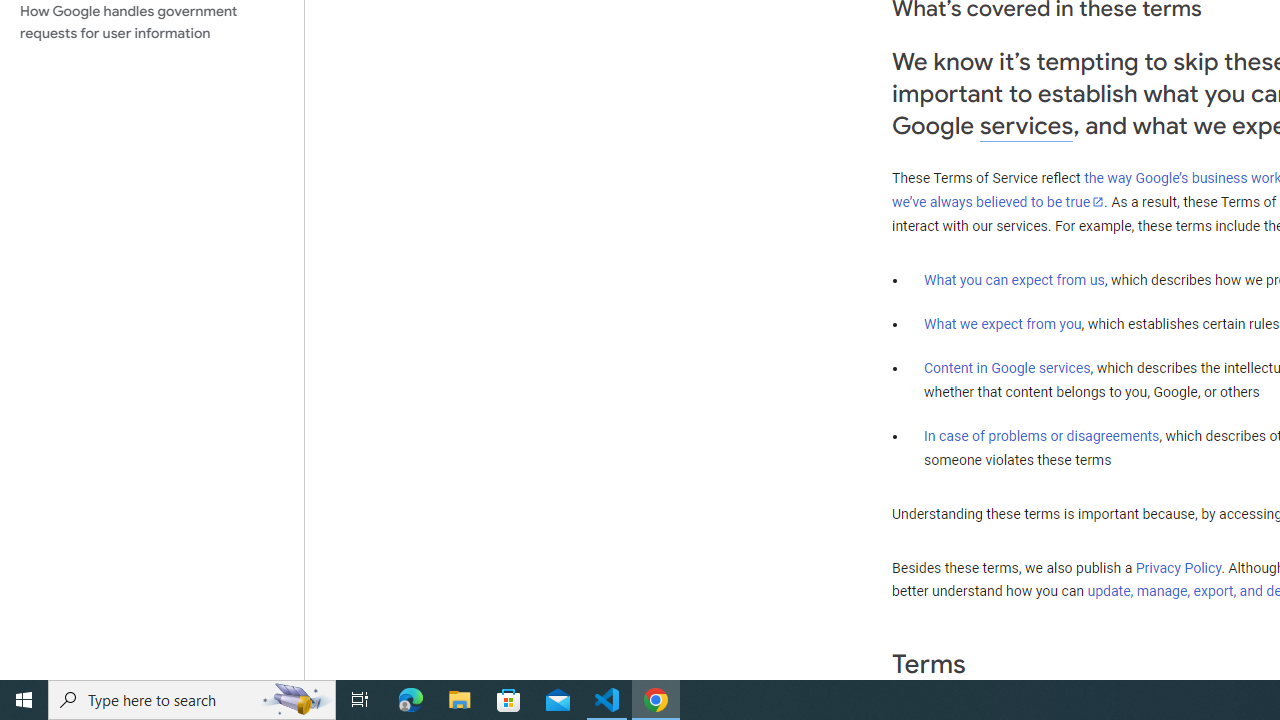  Describe the element at coordinates (1026, 125) in the screenshot. I see `'services'` at that location.